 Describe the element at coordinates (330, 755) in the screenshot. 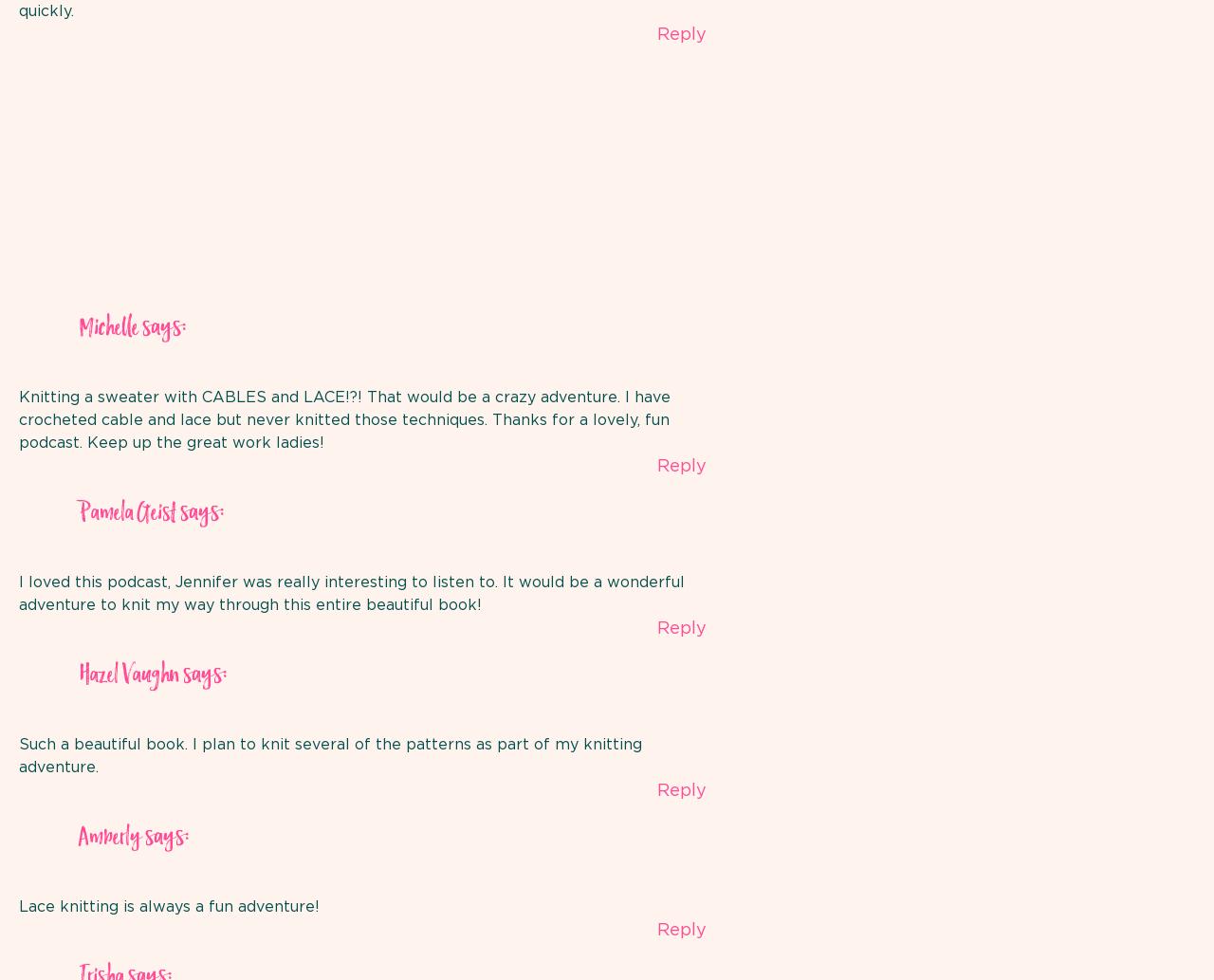

I see `'Such a beautiful book. I plan to knit several of the patterns as part of my knitting adventure.'` at that location.